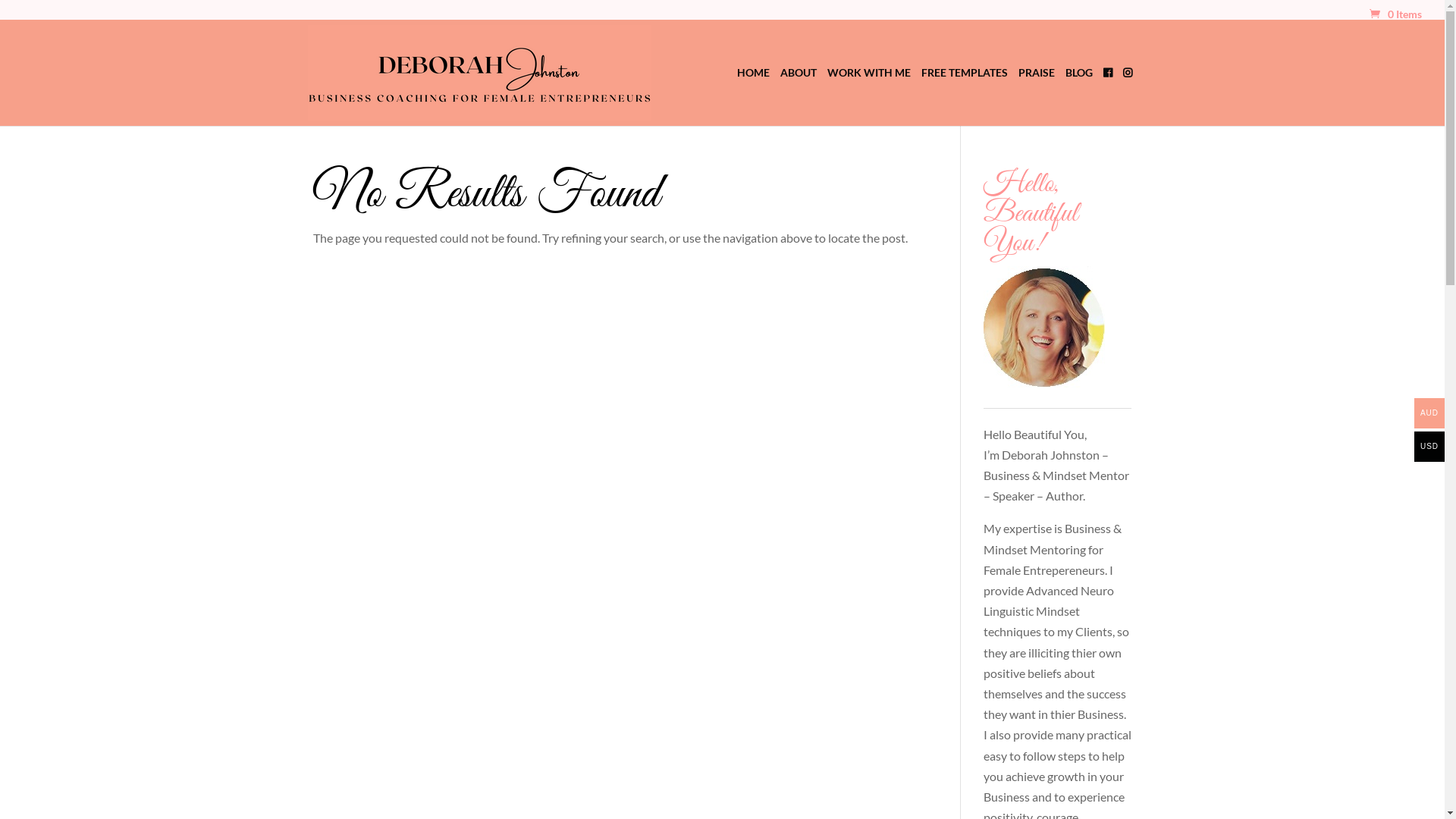 The image size is (1456, 819). Describe the element at coordinates (736, 96) in the screenshot. I see `'HOME'` at that location.